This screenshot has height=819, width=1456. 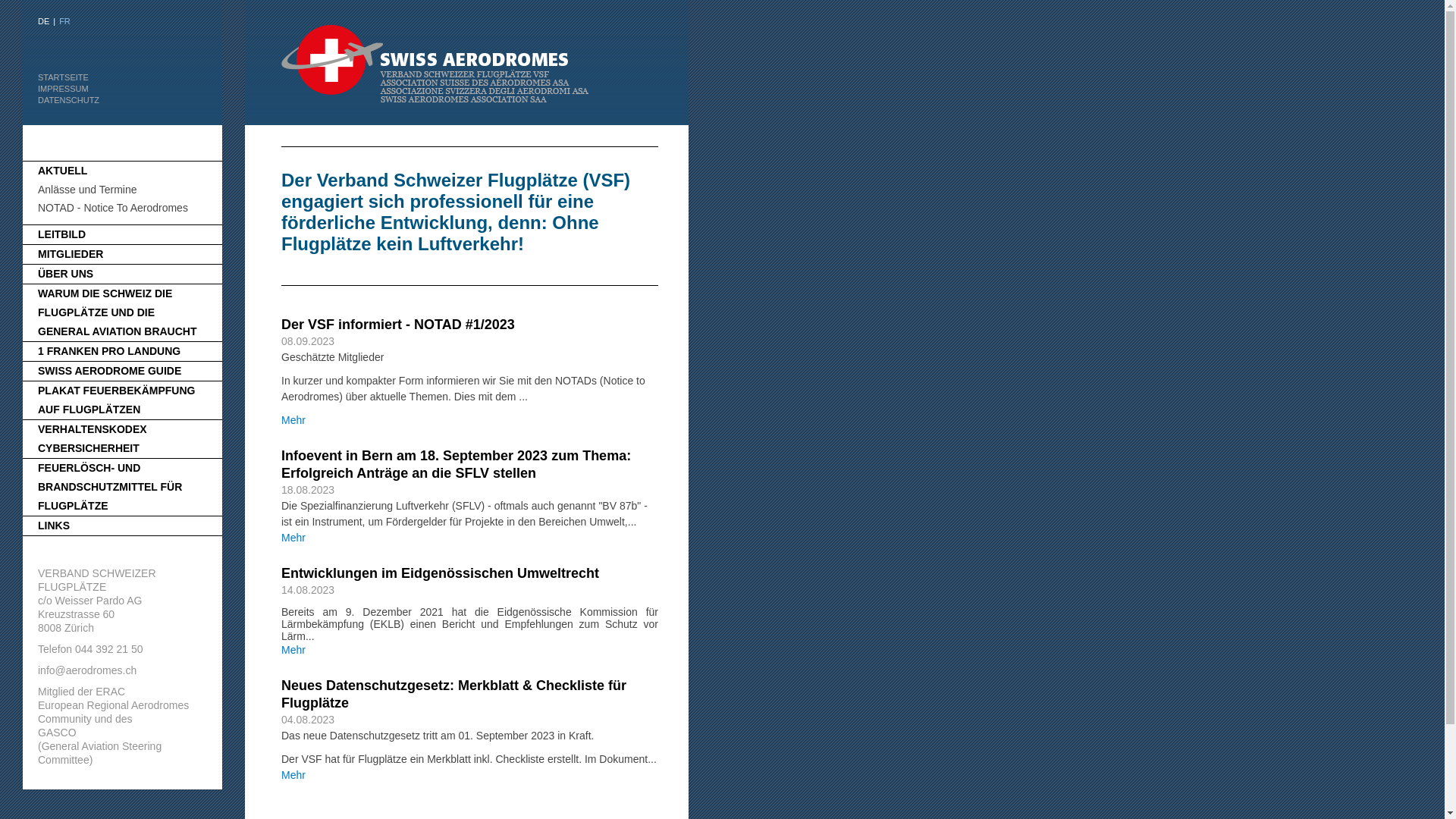 I want to click on 'LINKS', so click(x=37, y=525).